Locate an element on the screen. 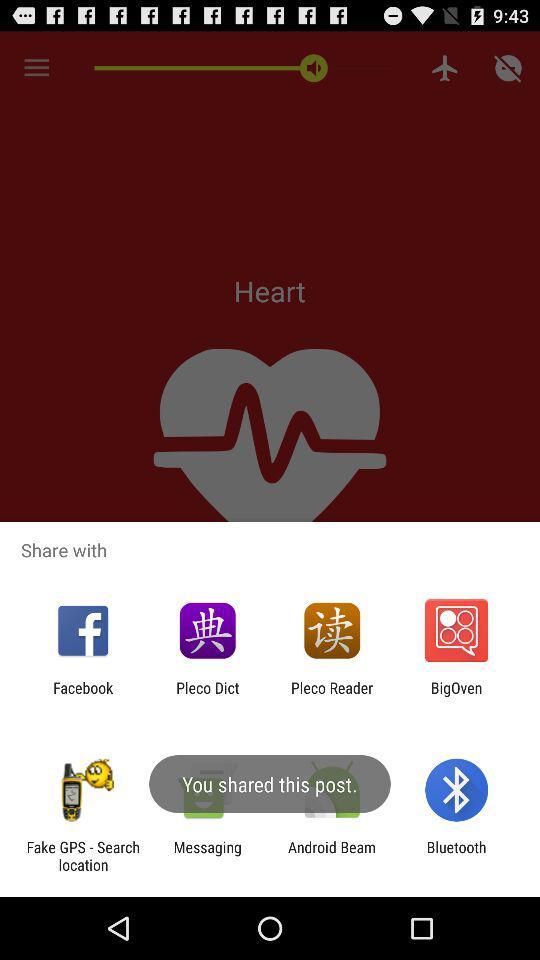 This screenshot has width=540, height=960. item next to the android beam icon is located at coordinates (456, 855).